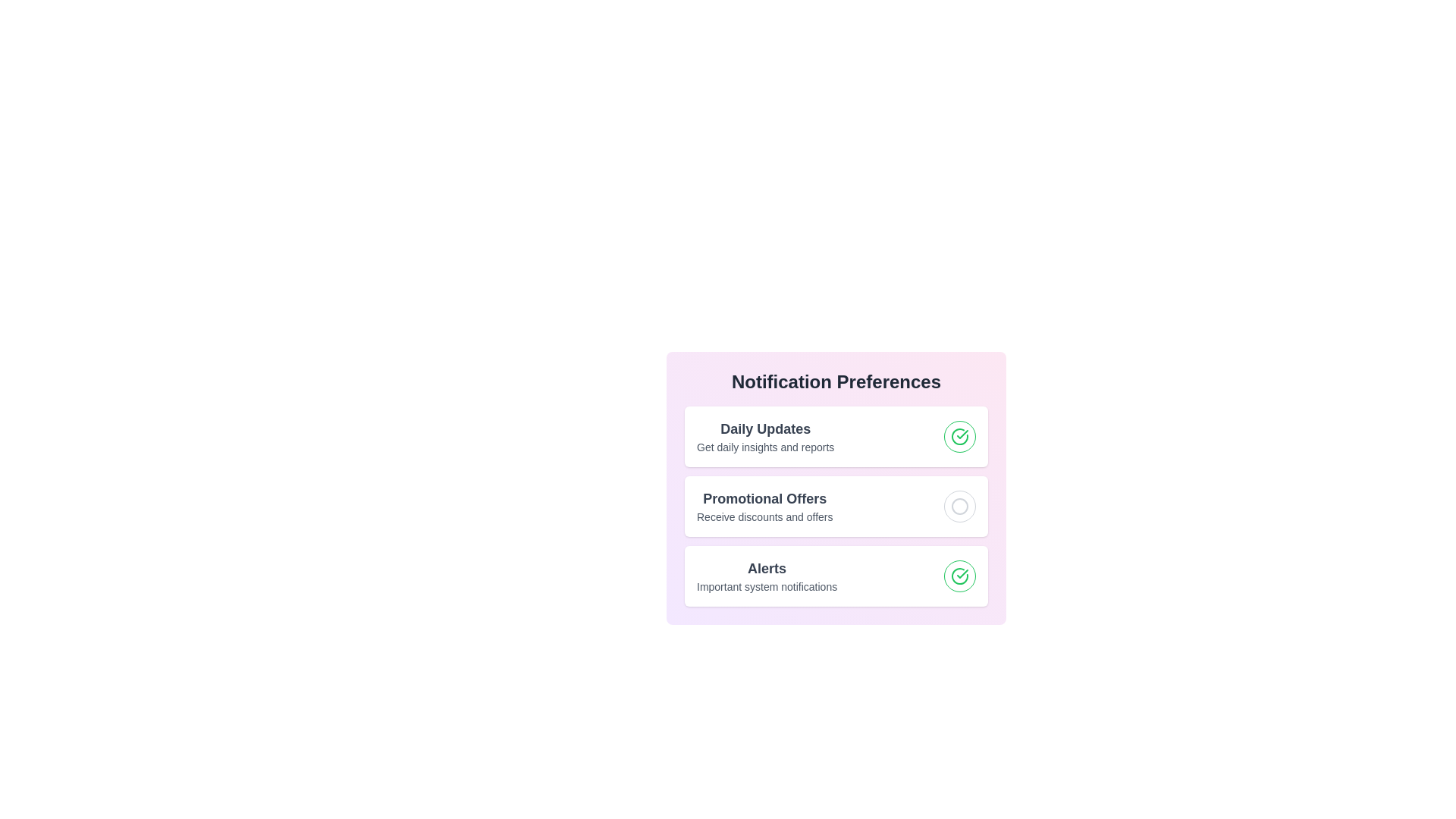  What do you see at coordinates (836, 506) in the screenshot?
I see `the visual layout of Promotional Offers in the NotificationSelector component` at bounding box center [836, 506].